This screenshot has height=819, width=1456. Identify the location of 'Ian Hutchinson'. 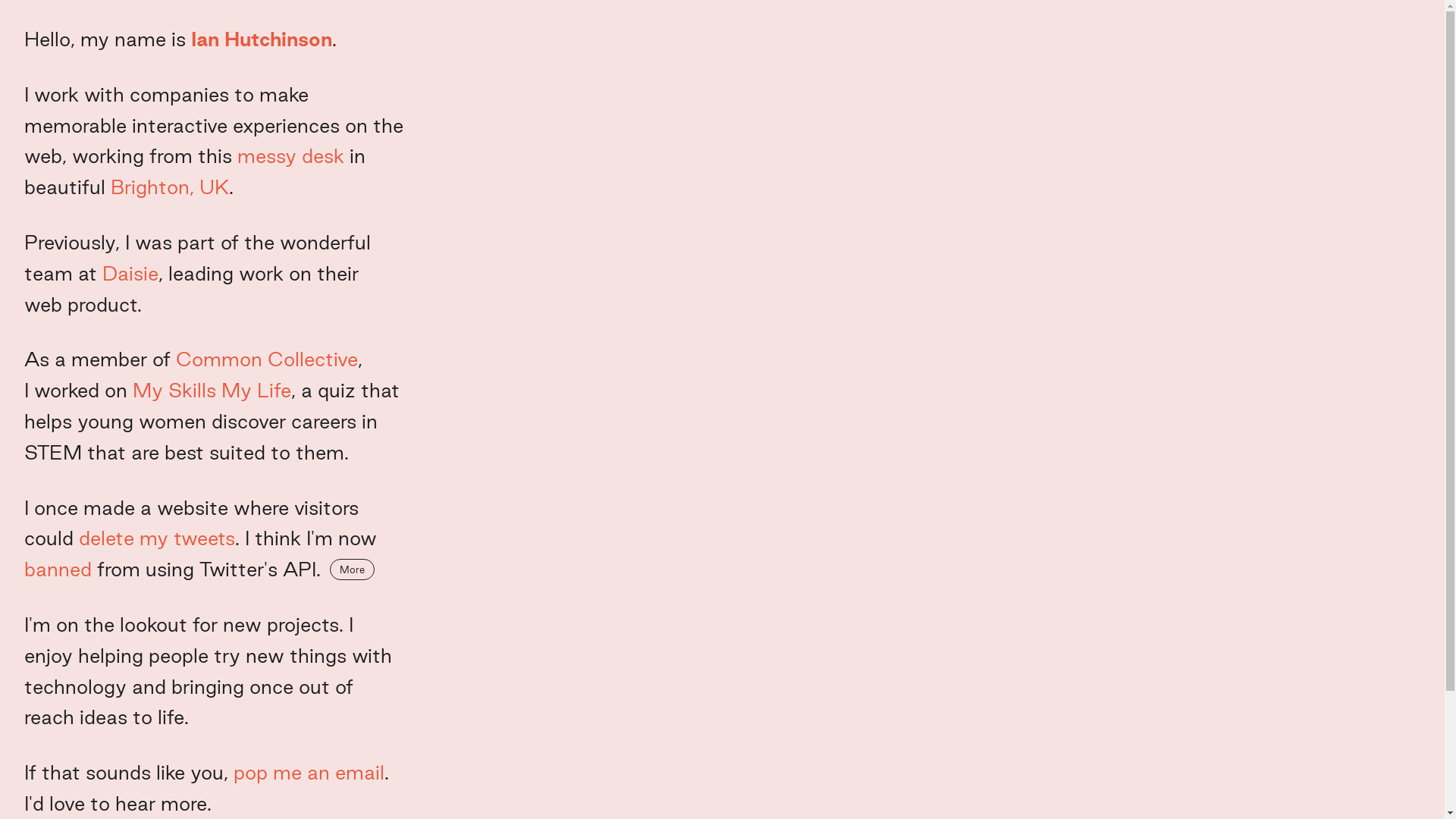
(190, 38).